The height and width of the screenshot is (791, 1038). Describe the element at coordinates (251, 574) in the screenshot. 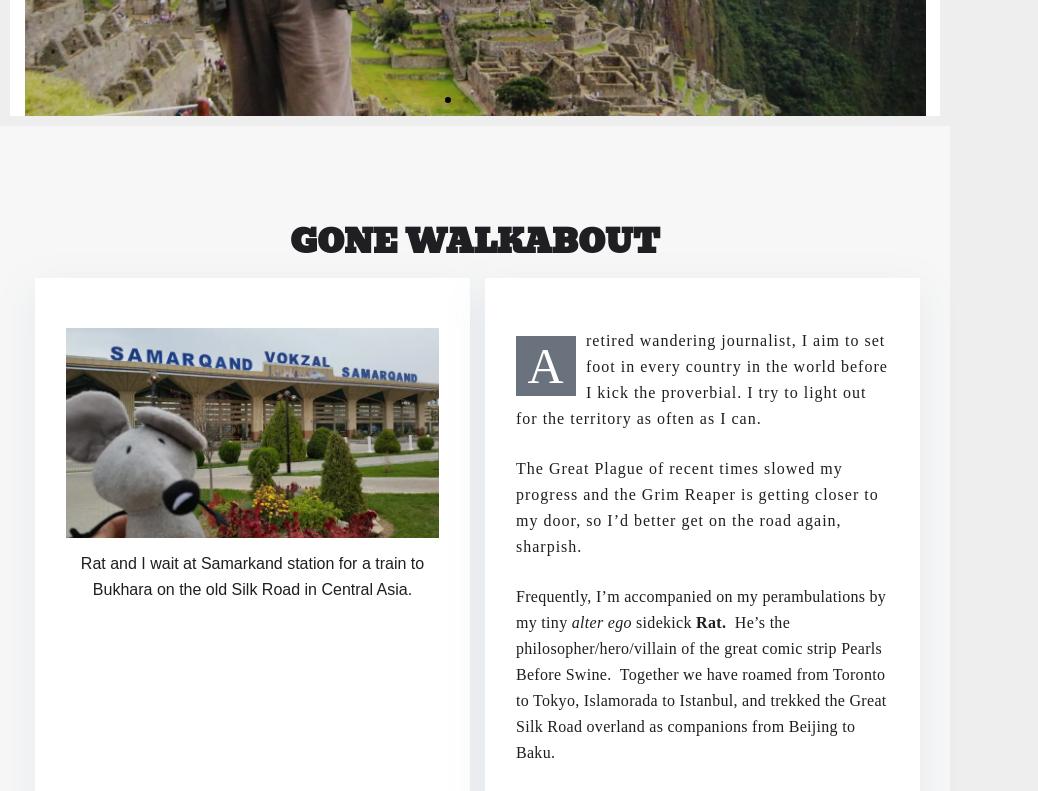

I see `'Rat and I wait at Samarkand station for a train to Bukhara on the old Silk Road in Central Asia.'` at that location.